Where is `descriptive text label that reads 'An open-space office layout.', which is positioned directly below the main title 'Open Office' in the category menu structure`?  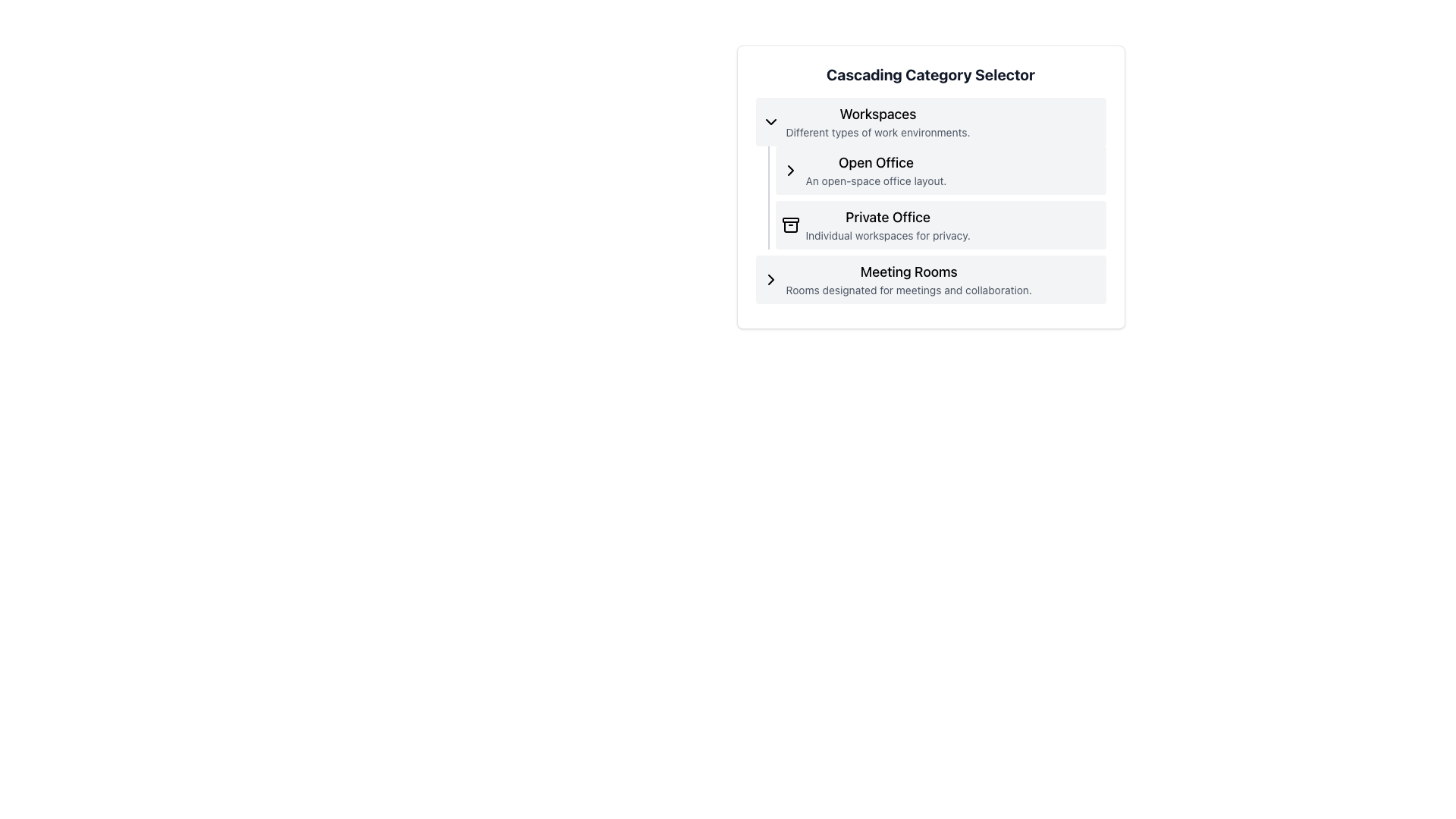 descriptive text label that reads 'An open-space office layout.', which is positioned directly below the main title 'Open Office' in the category menu structure is located at coordinates (876, 180).